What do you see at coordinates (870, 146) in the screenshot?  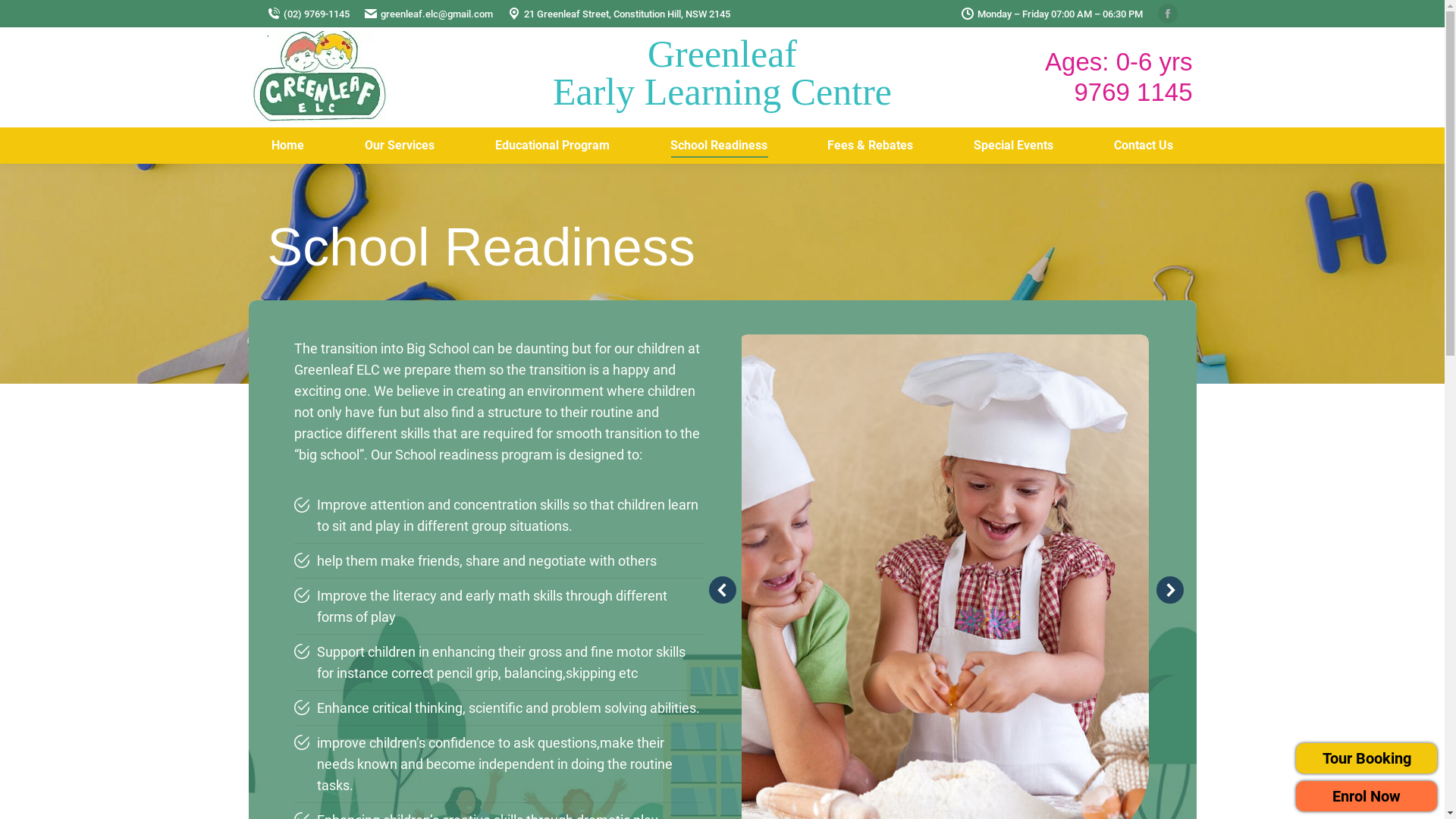 I see `'Fees & Rebates'` at bounding box center [870, 146].